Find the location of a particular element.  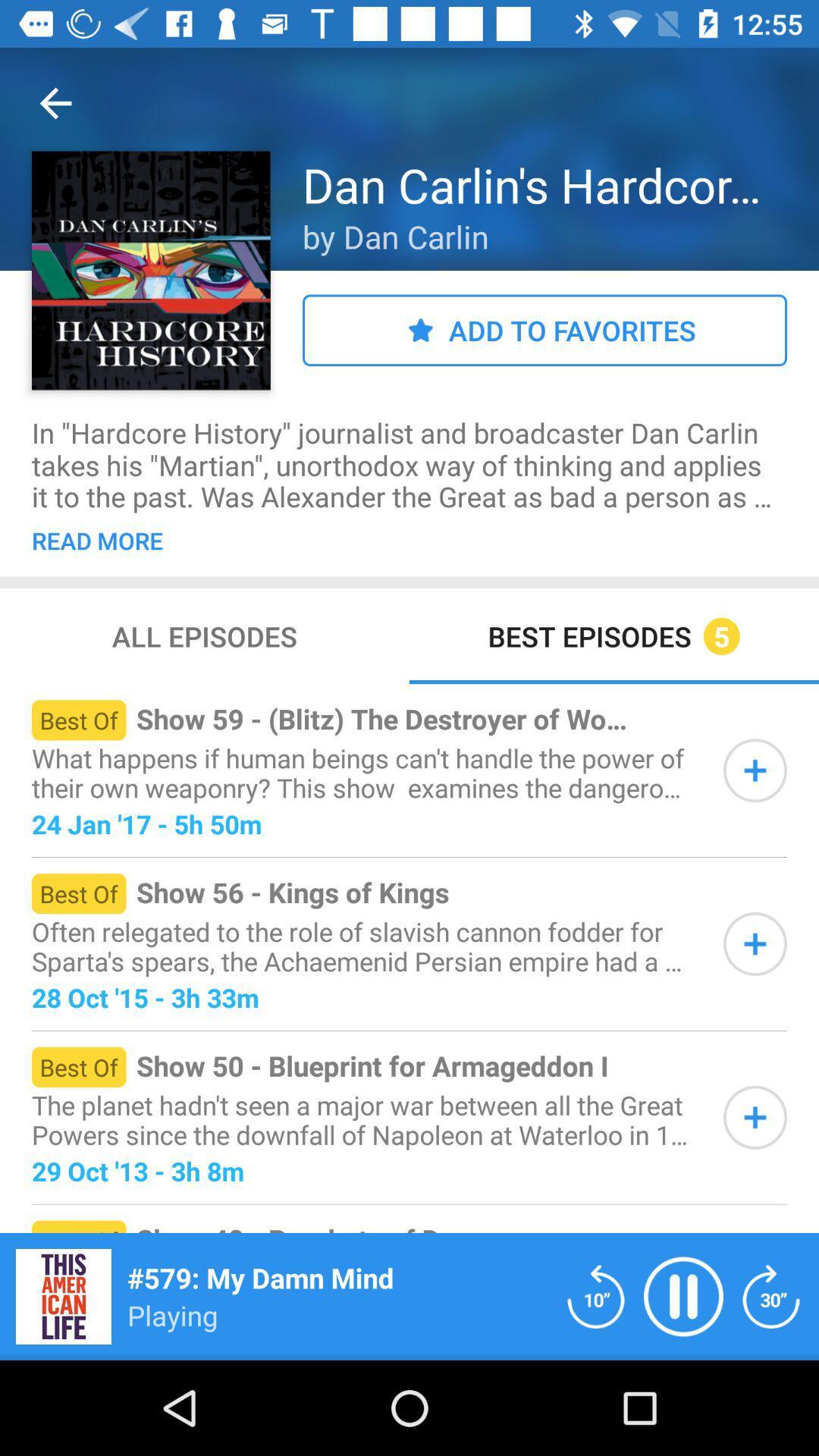

the av_forward icon is located at coordinates (771, 1295).